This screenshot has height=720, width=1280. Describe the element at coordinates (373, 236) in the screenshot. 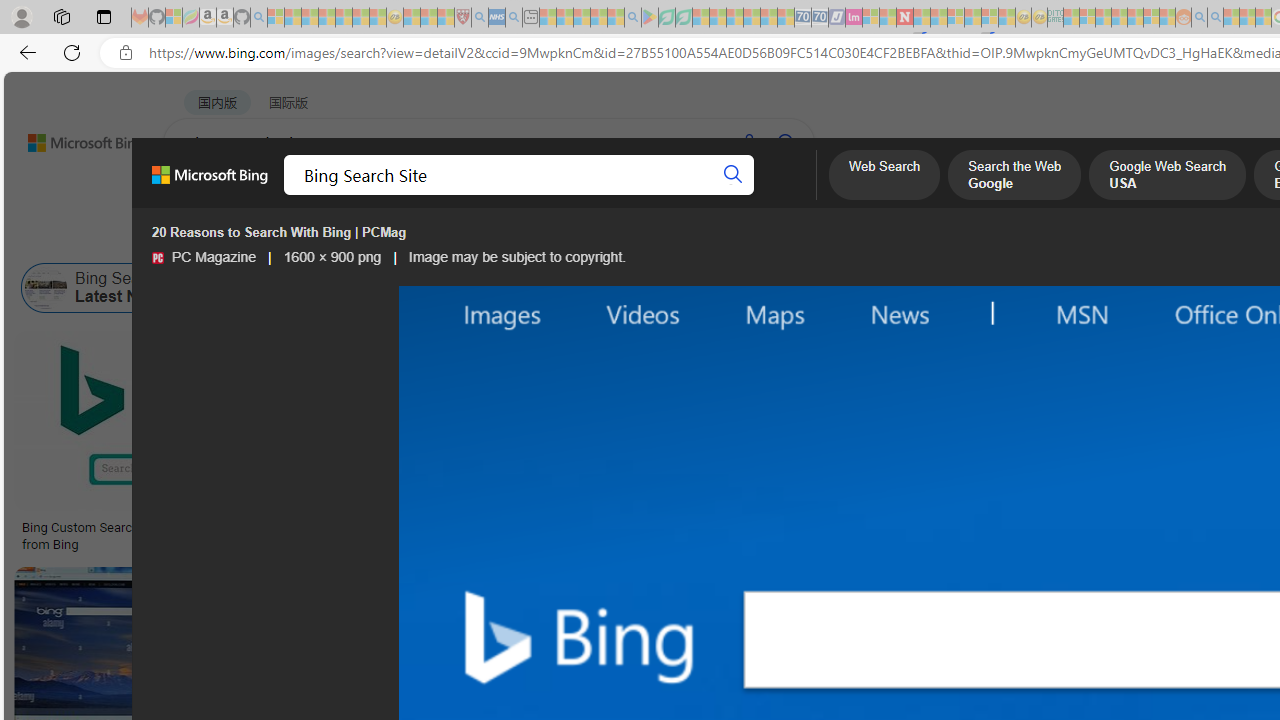

I see `'Type'` at that location.